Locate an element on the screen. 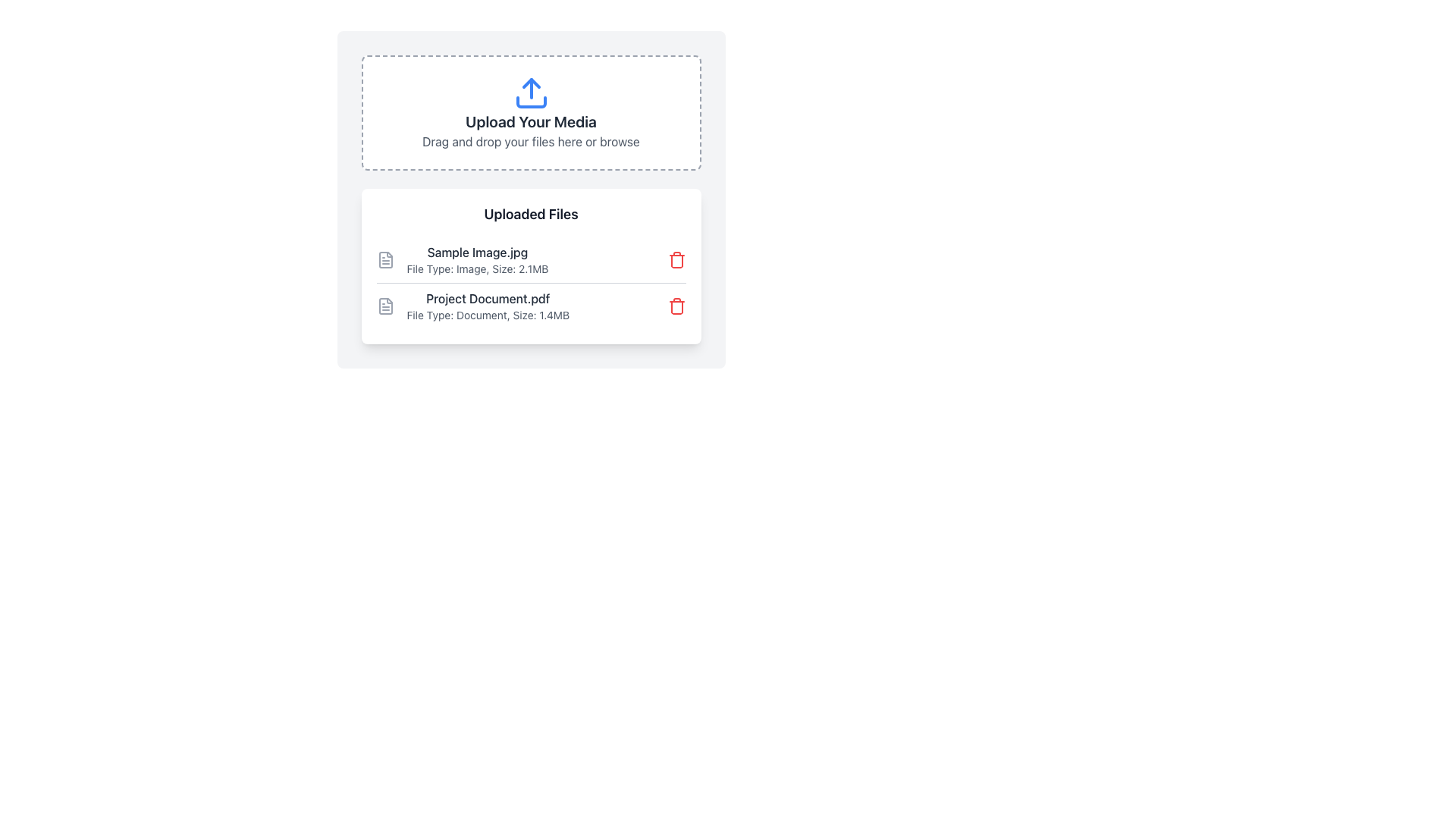 The image size is (1456, 819). the file name 'Project Document.pdf' in the 'Uploaded Files' section is located at coordinates (472, 306).